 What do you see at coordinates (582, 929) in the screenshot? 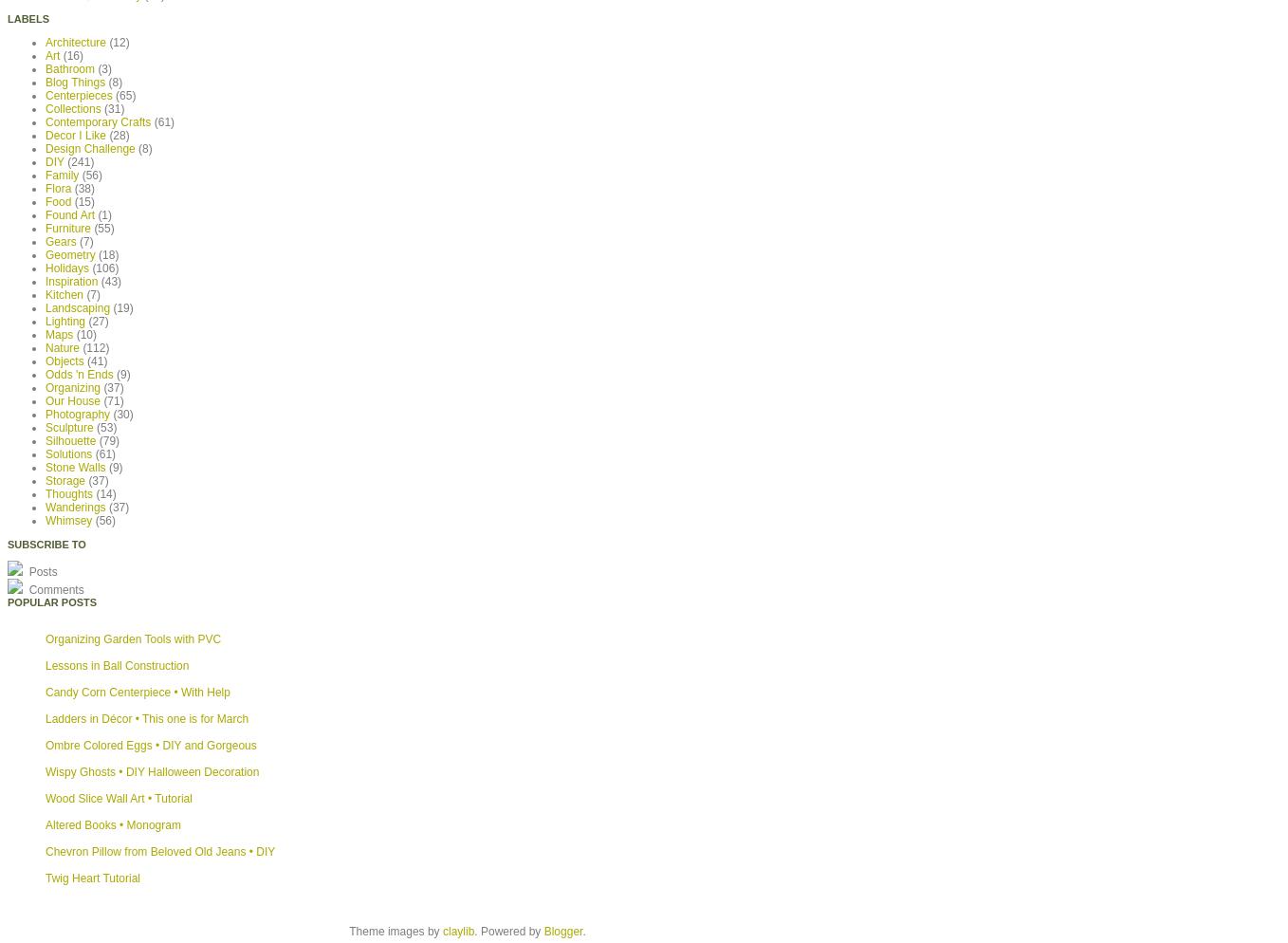
I see `'.'` at bounding box center [582, 929].